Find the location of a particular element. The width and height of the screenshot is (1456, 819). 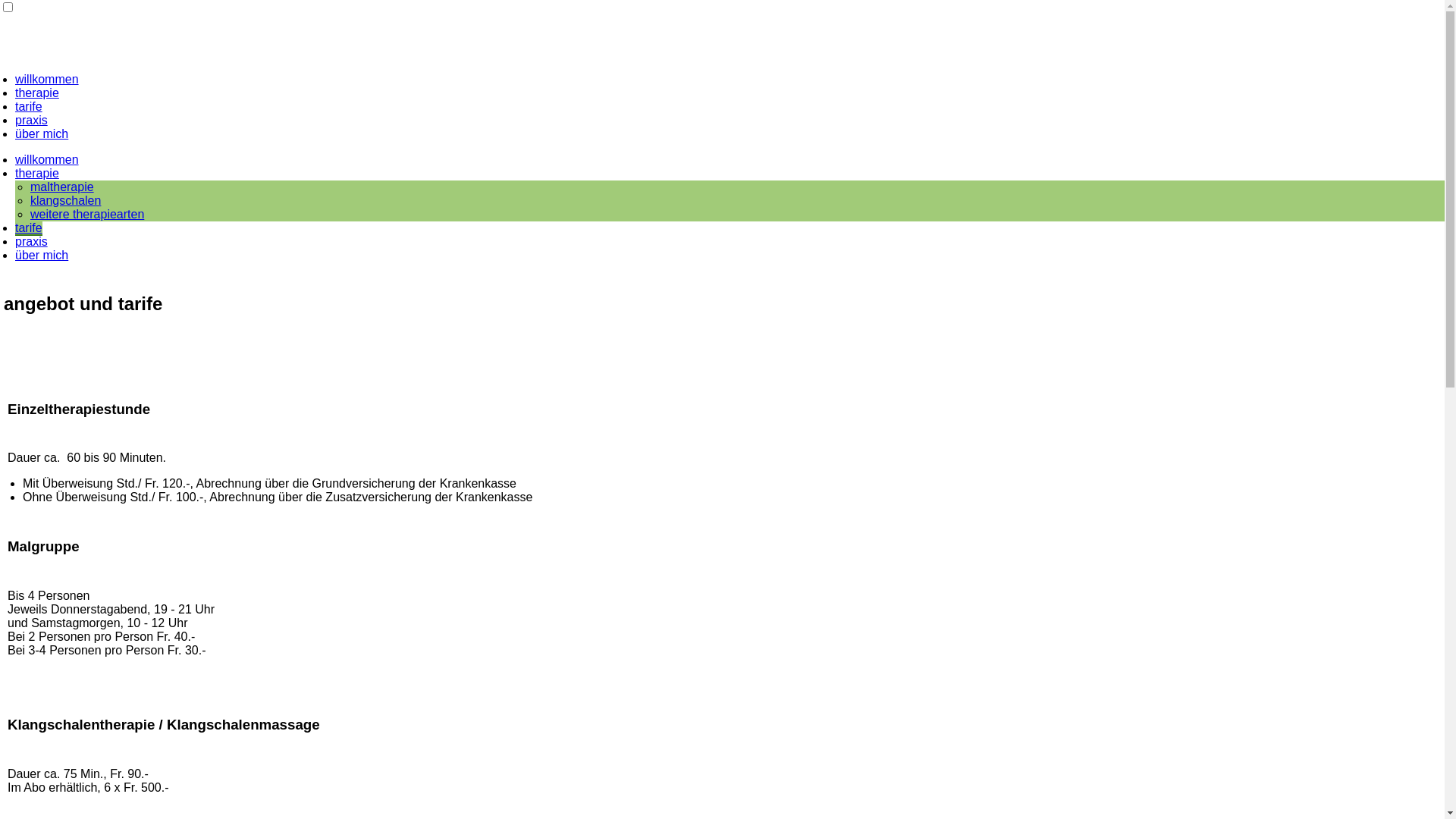

'weitere therapiearten' is located at coordinates (30, 214).